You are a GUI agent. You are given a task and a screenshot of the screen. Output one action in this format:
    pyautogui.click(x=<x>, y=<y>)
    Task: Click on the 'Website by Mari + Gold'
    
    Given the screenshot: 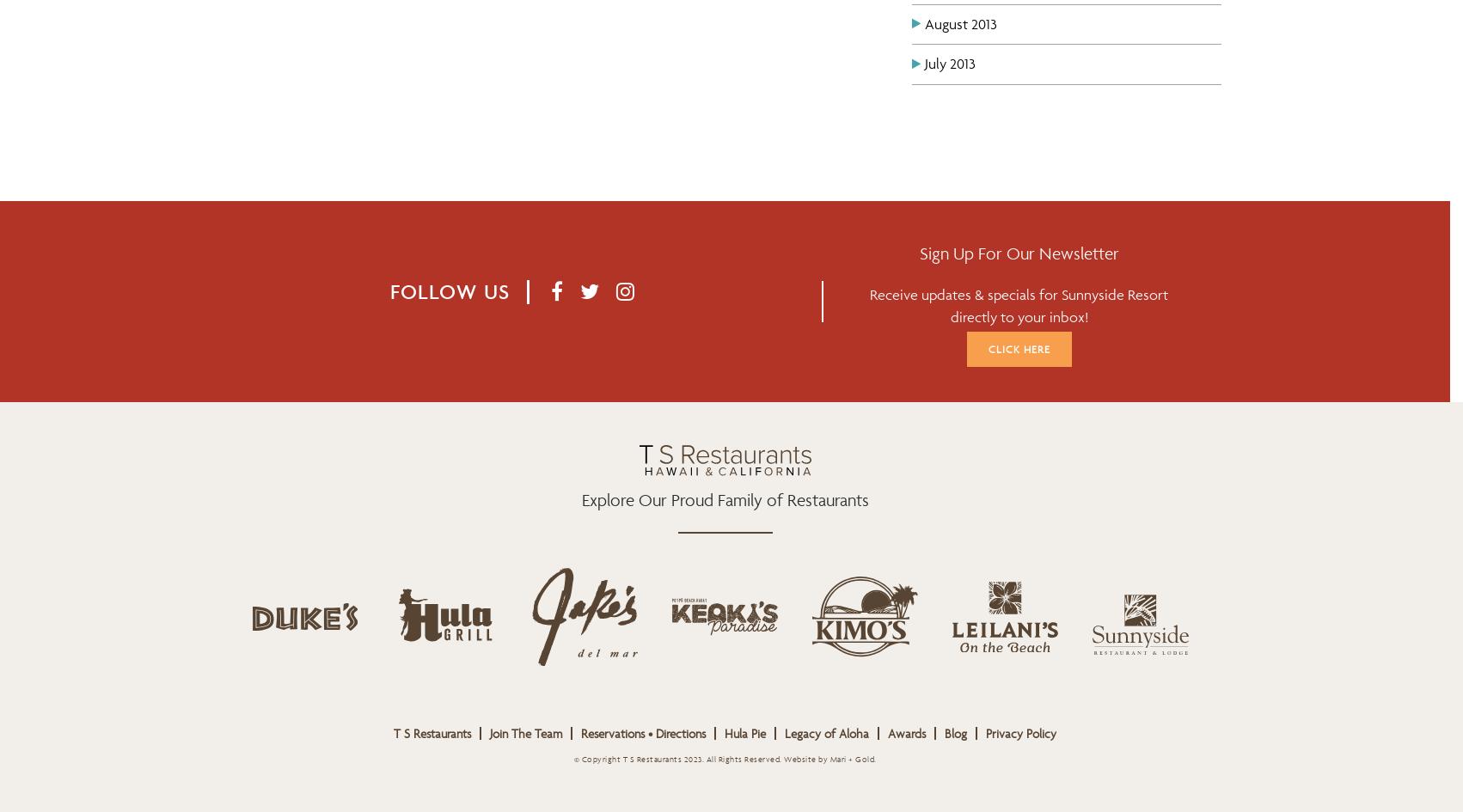 What is the action you would take?
    pyautogui.click(x=829, y=758)
    